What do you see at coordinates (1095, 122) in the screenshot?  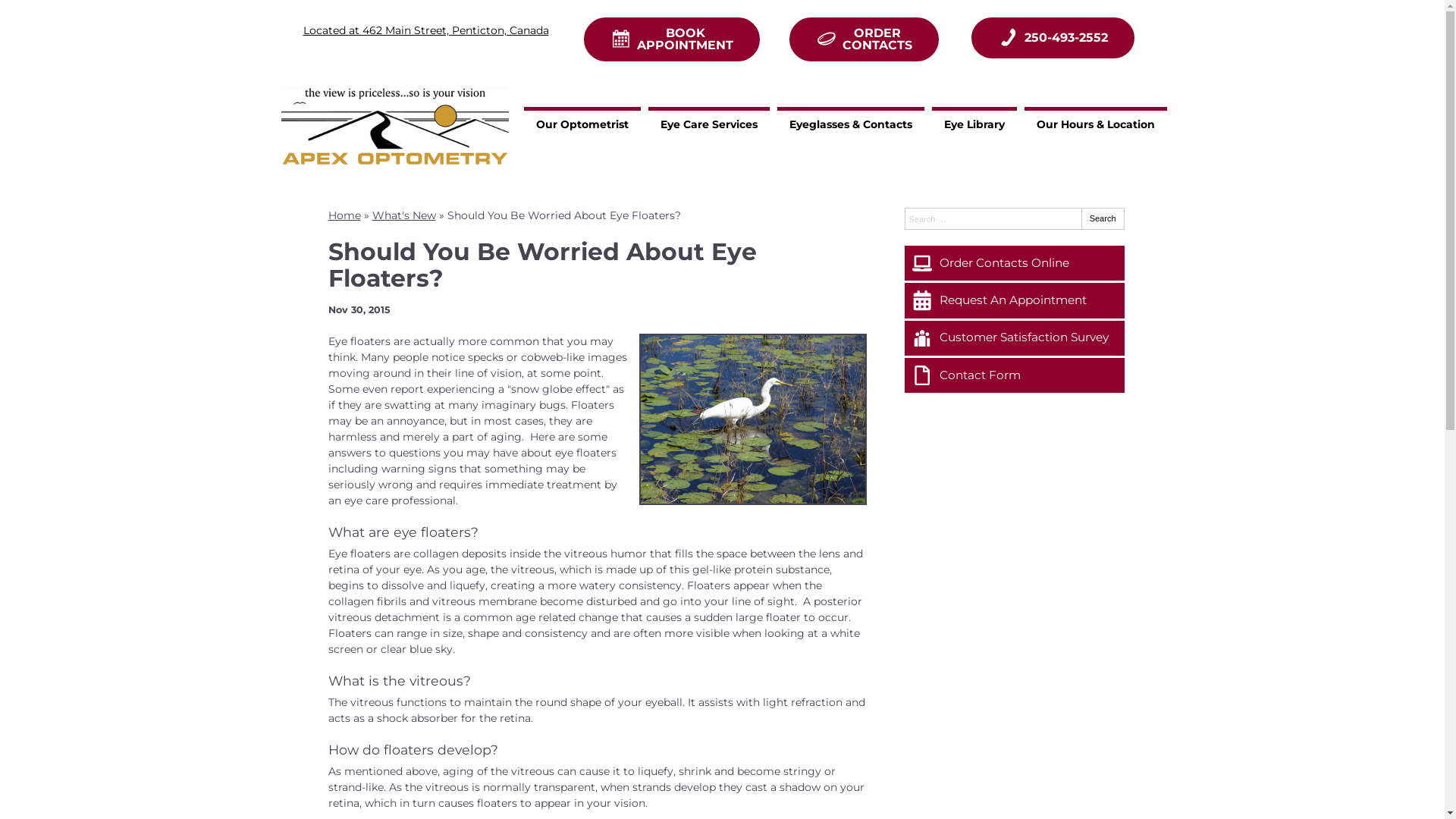 I see `'Our Hours & Location'` at bounding box center [1095, 122].